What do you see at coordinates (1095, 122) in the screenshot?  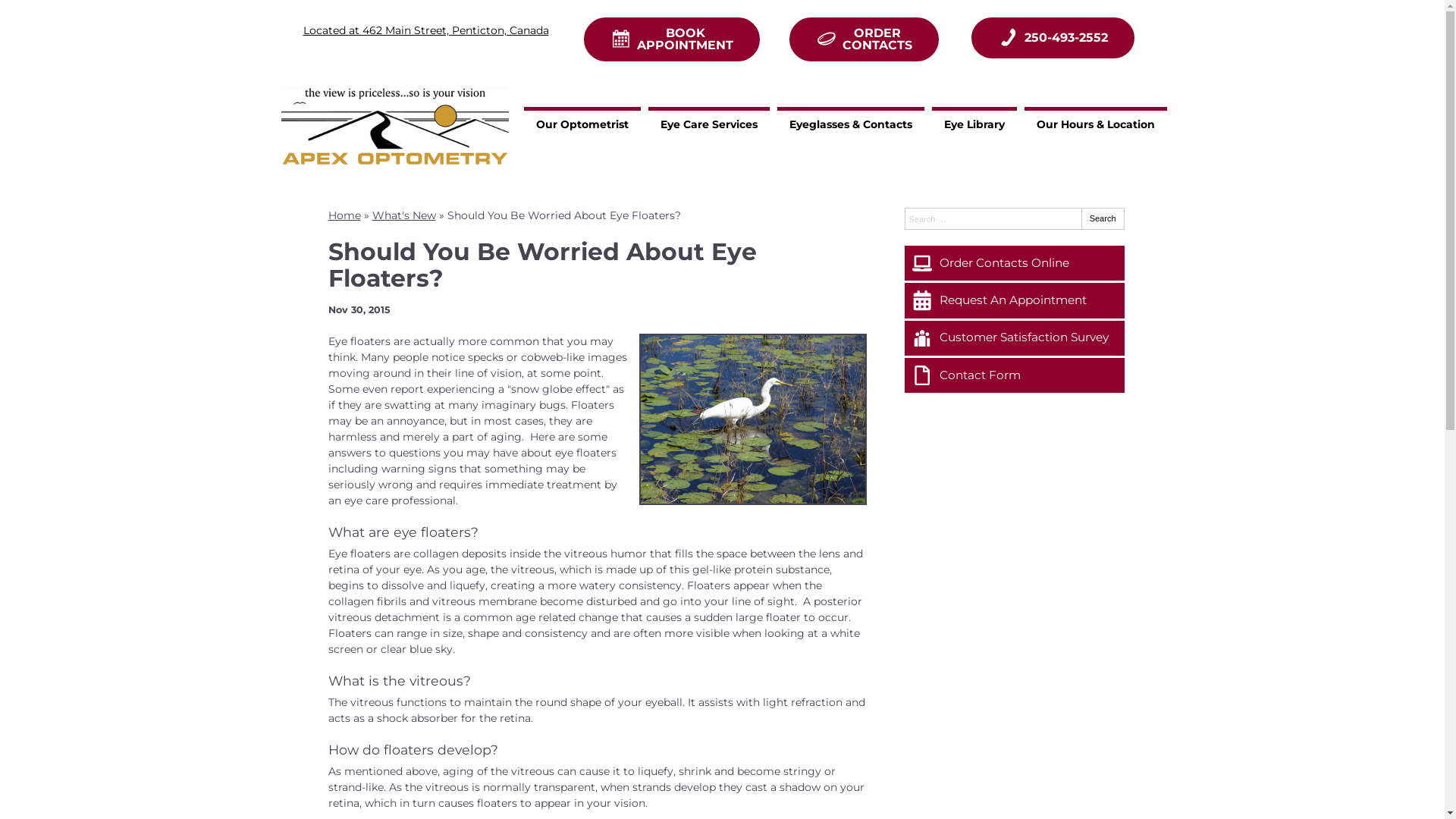 I see `'Our Hours & Location'` at bounding box center [1095, 122].